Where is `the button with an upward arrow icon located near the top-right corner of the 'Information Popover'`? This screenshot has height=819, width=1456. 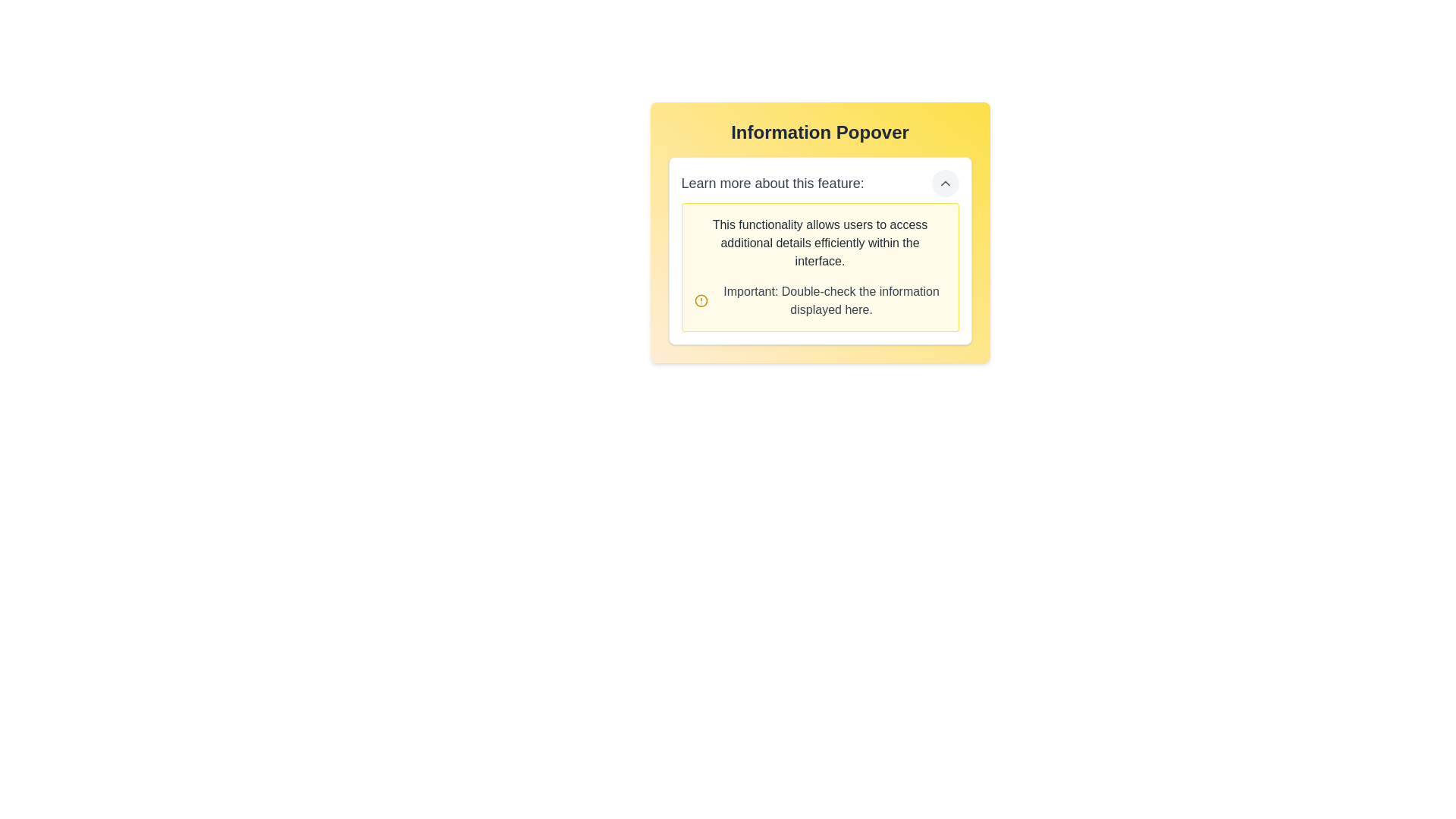
the button with an upward arrow icon located near the top-right corner of the 'Information Popover' is located at coordinates (944, 183).